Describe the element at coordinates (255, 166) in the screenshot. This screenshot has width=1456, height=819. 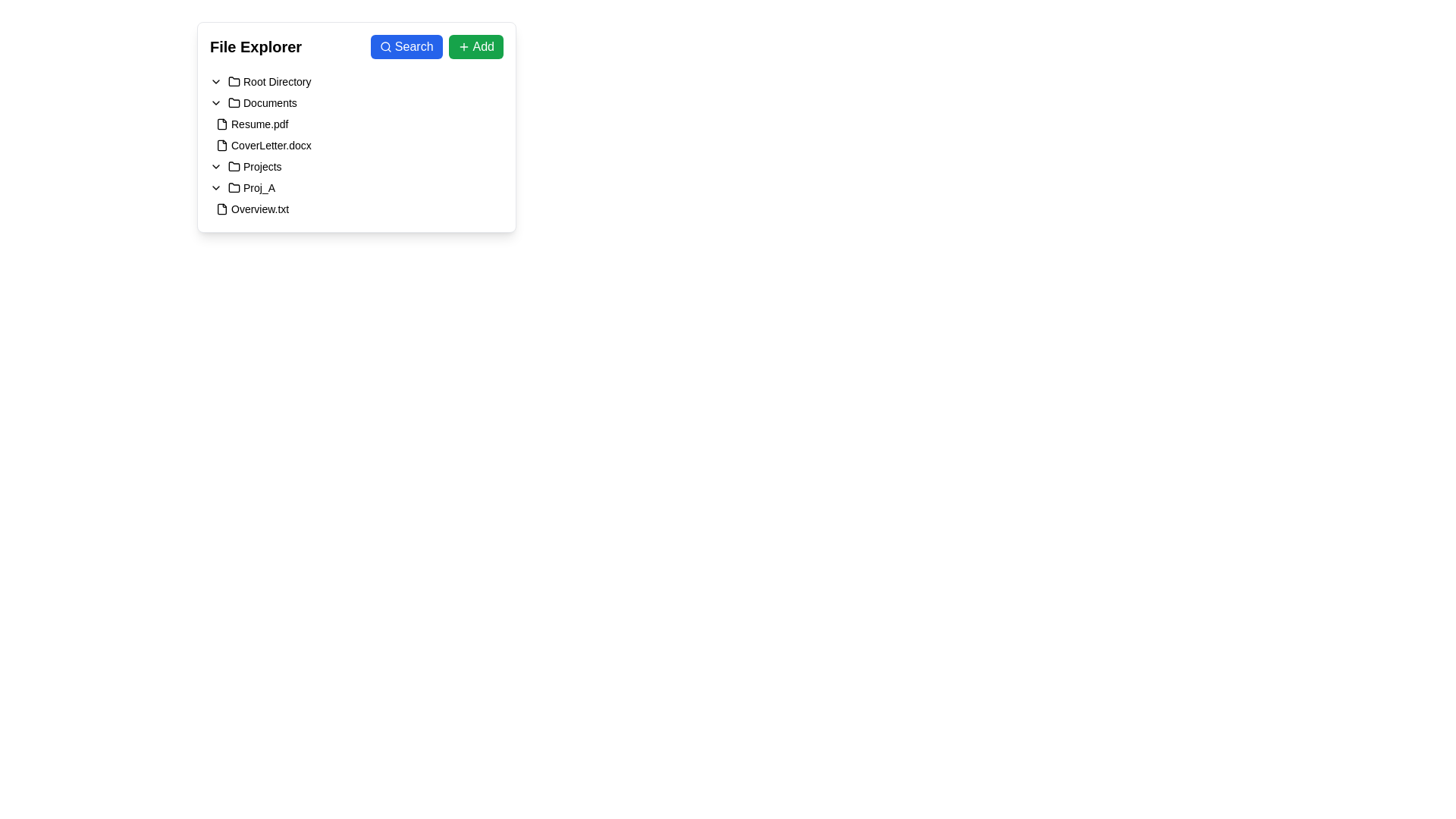
I see `the 'Projects' folder label with icon in the hierarchical file navigation pane` at that location.